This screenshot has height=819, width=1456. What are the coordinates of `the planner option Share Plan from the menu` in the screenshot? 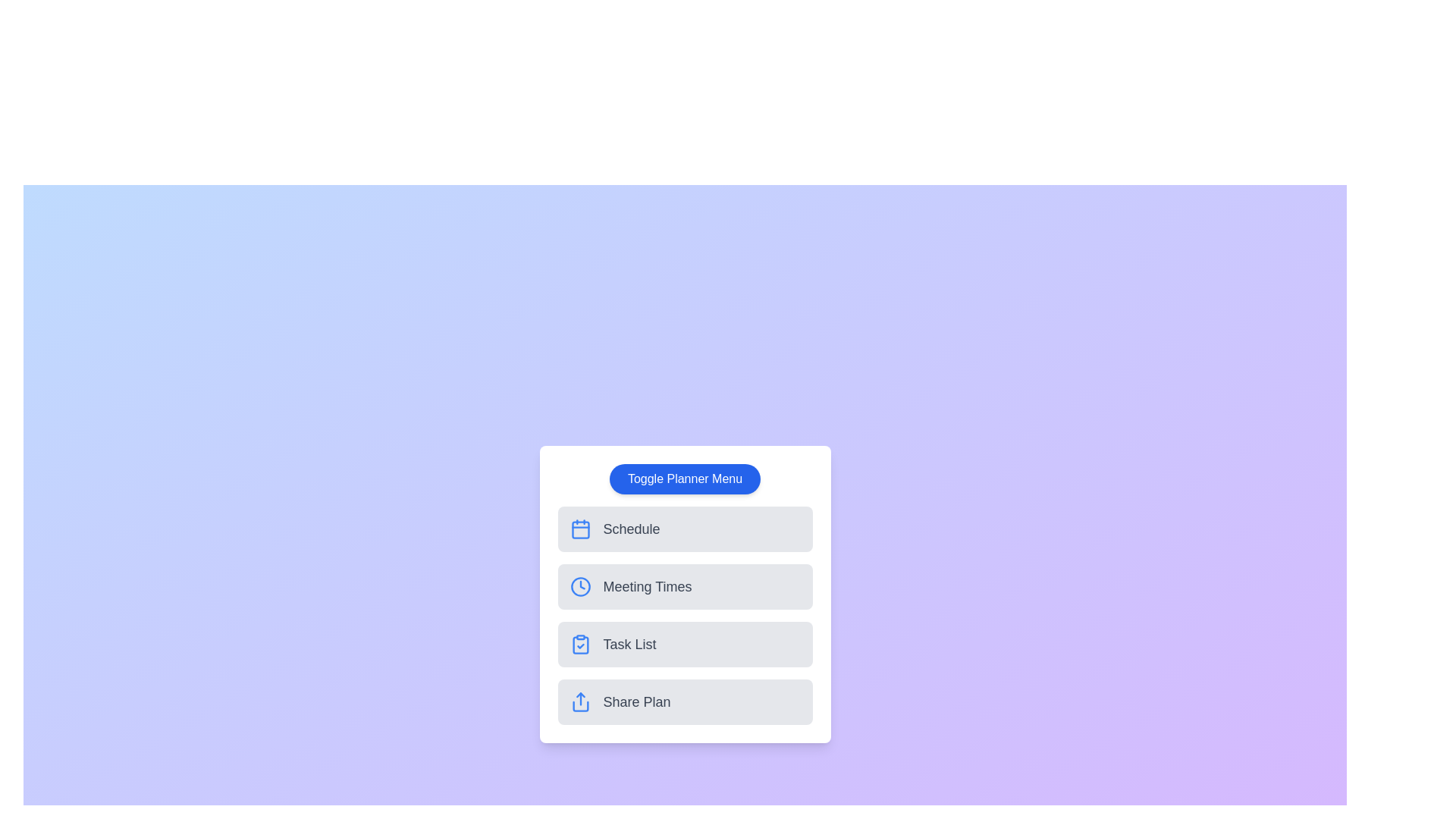 It's located at (684, 701).